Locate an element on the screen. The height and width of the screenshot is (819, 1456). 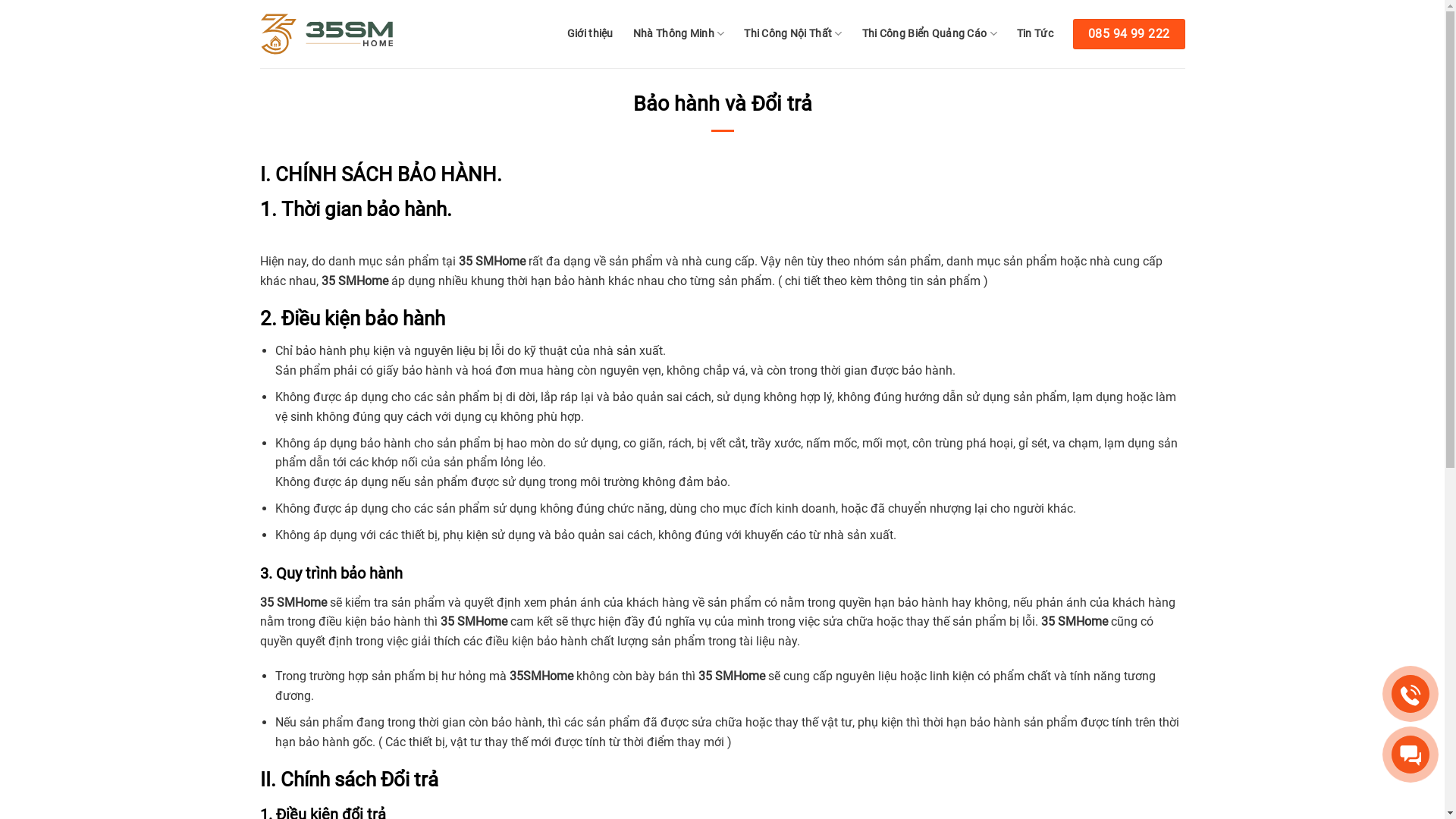
'085 94 99 222' is located at coordinates (1072, 34).